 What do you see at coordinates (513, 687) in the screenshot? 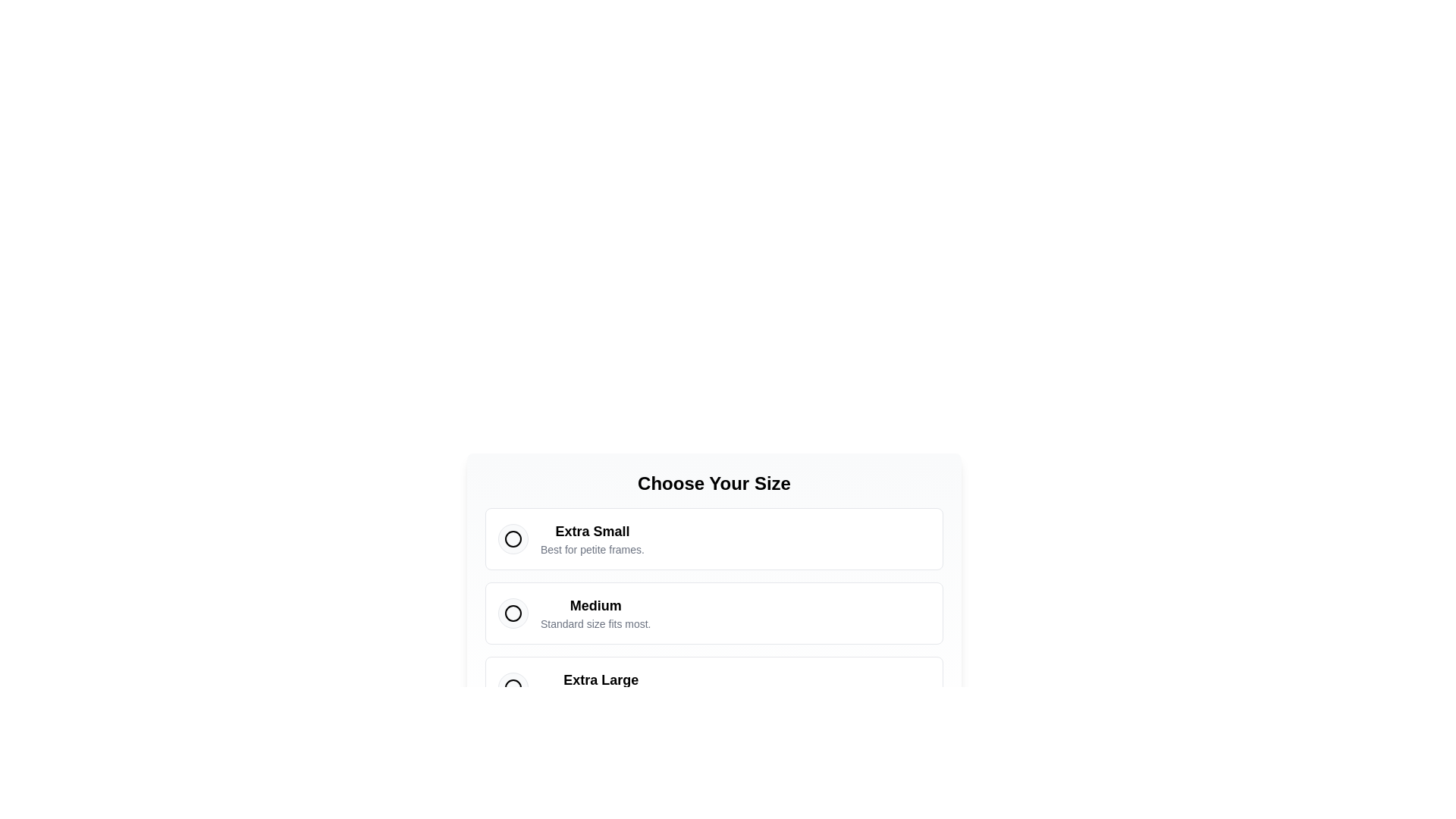
I see `the SVG graphic representing the 'Extra Large' size option in the size selection interface` at bounding box center [513, 687].